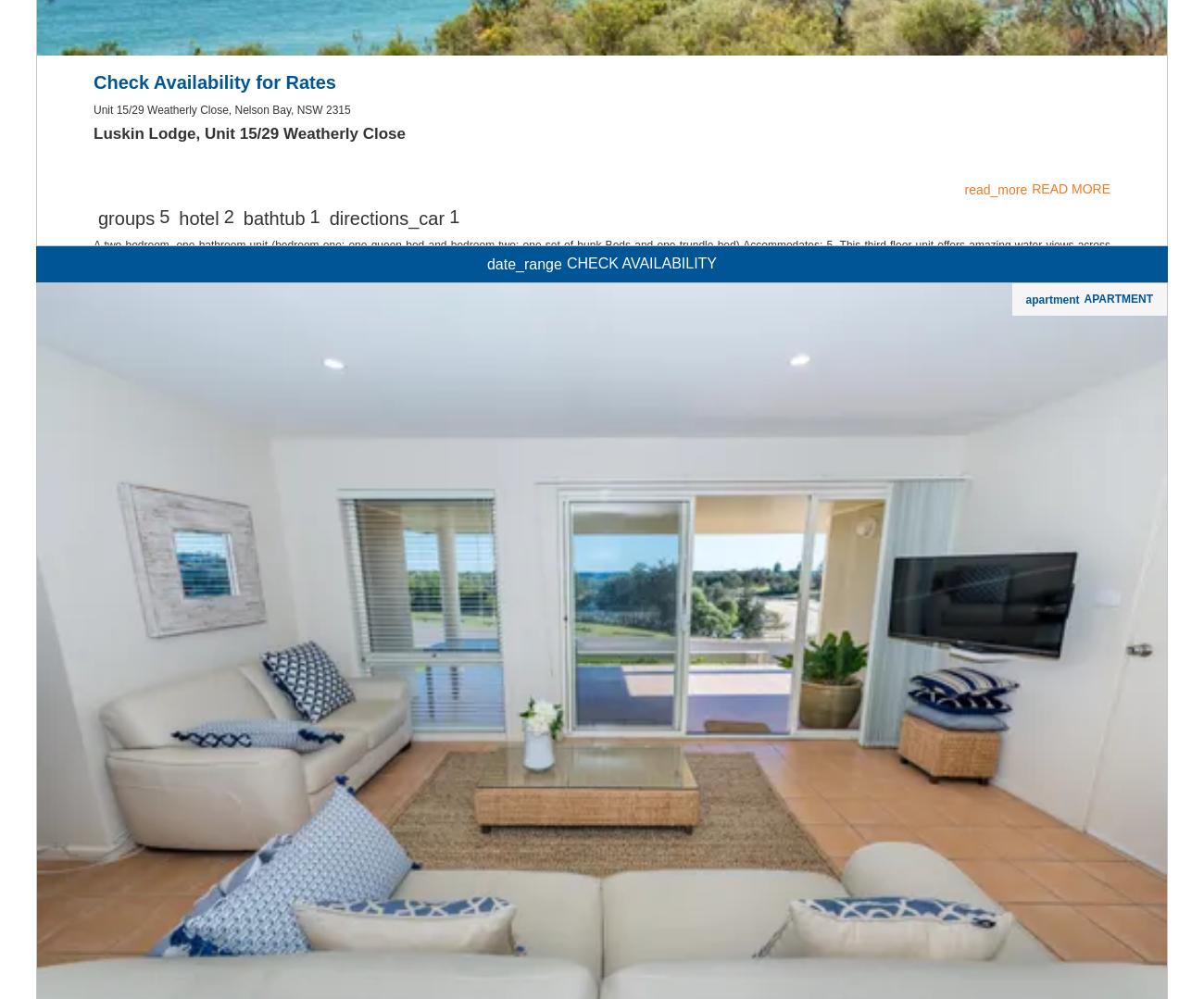 The width and height of the screenshot is (1204, 999). Describe the element at coordinates (24, 554) in the screenshot. I see `'Sunday'` at that location.